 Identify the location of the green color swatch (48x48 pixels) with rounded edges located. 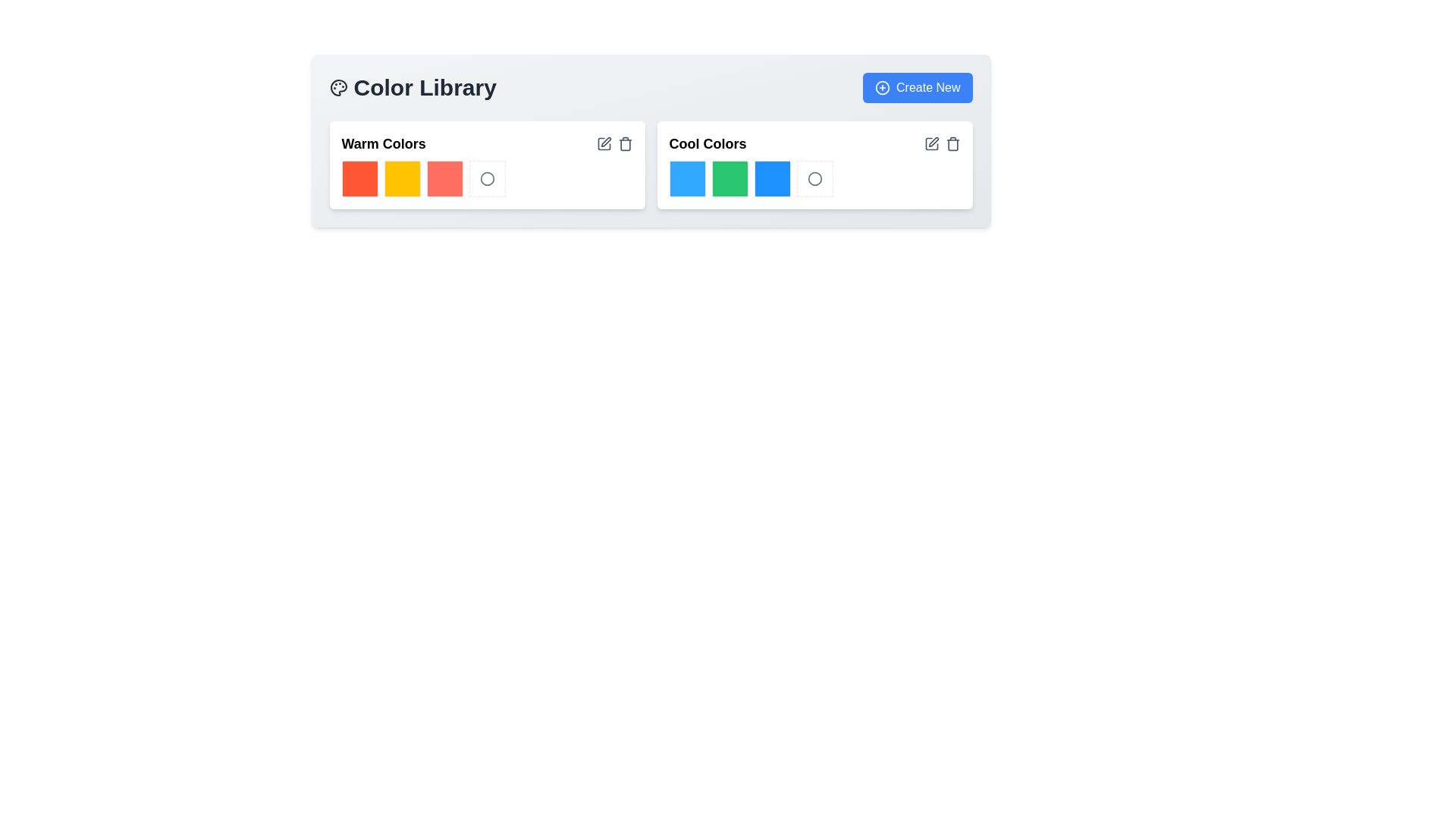
(730, 177).